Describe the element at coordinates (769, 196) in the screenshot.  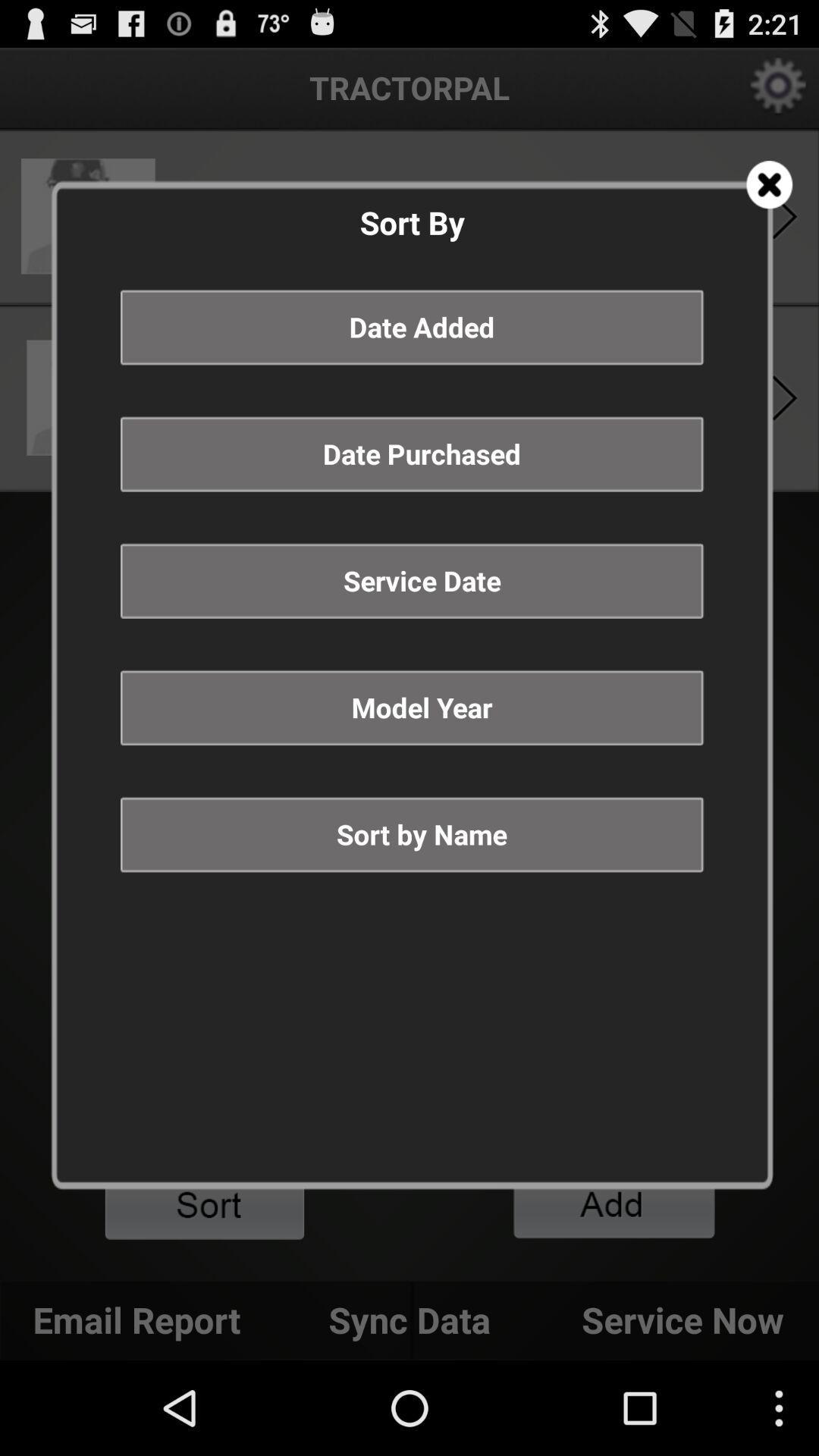
I see `the close icon` at that location.